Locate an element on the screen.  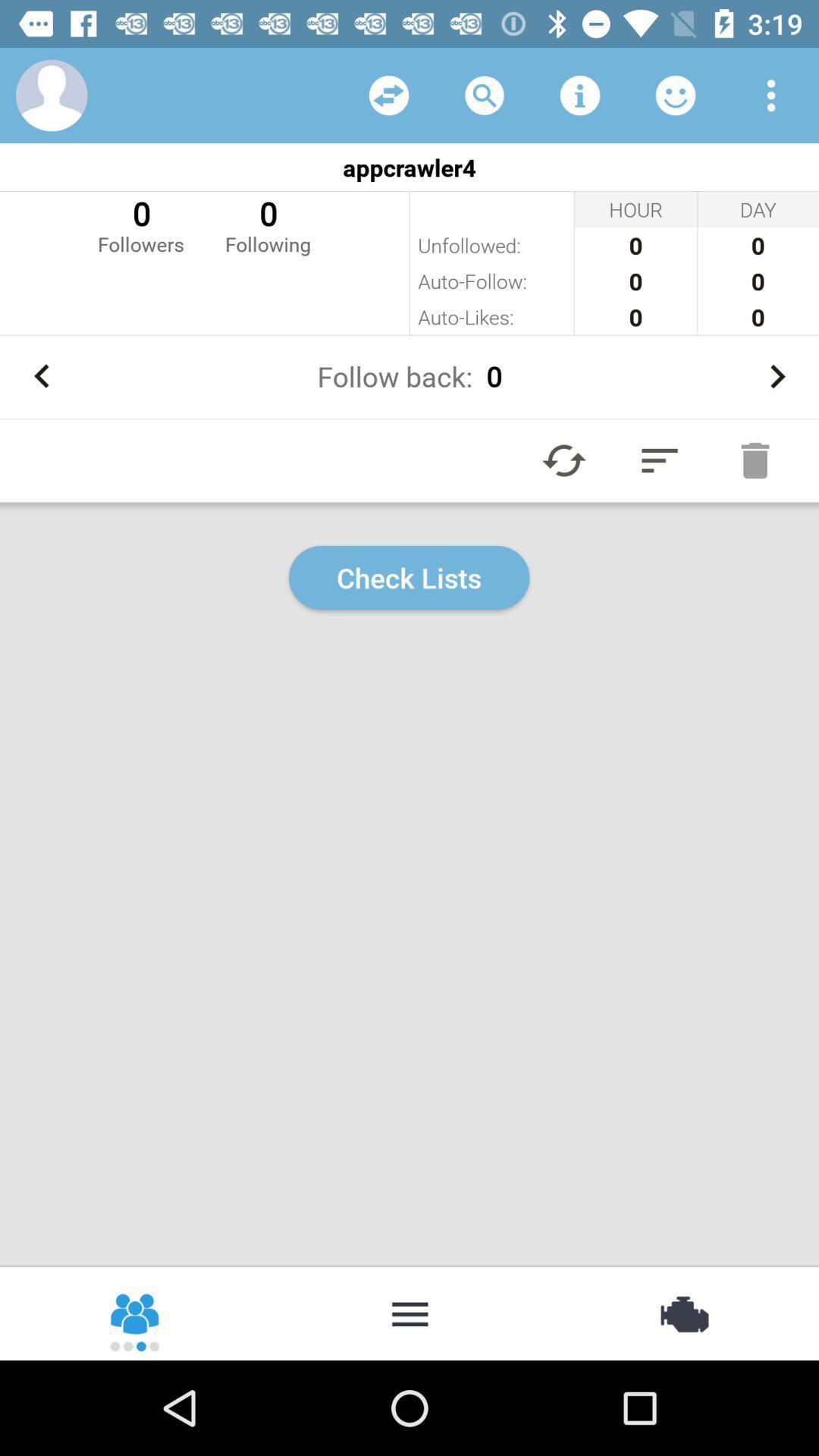
refresh is located at coordinates (564, 460).